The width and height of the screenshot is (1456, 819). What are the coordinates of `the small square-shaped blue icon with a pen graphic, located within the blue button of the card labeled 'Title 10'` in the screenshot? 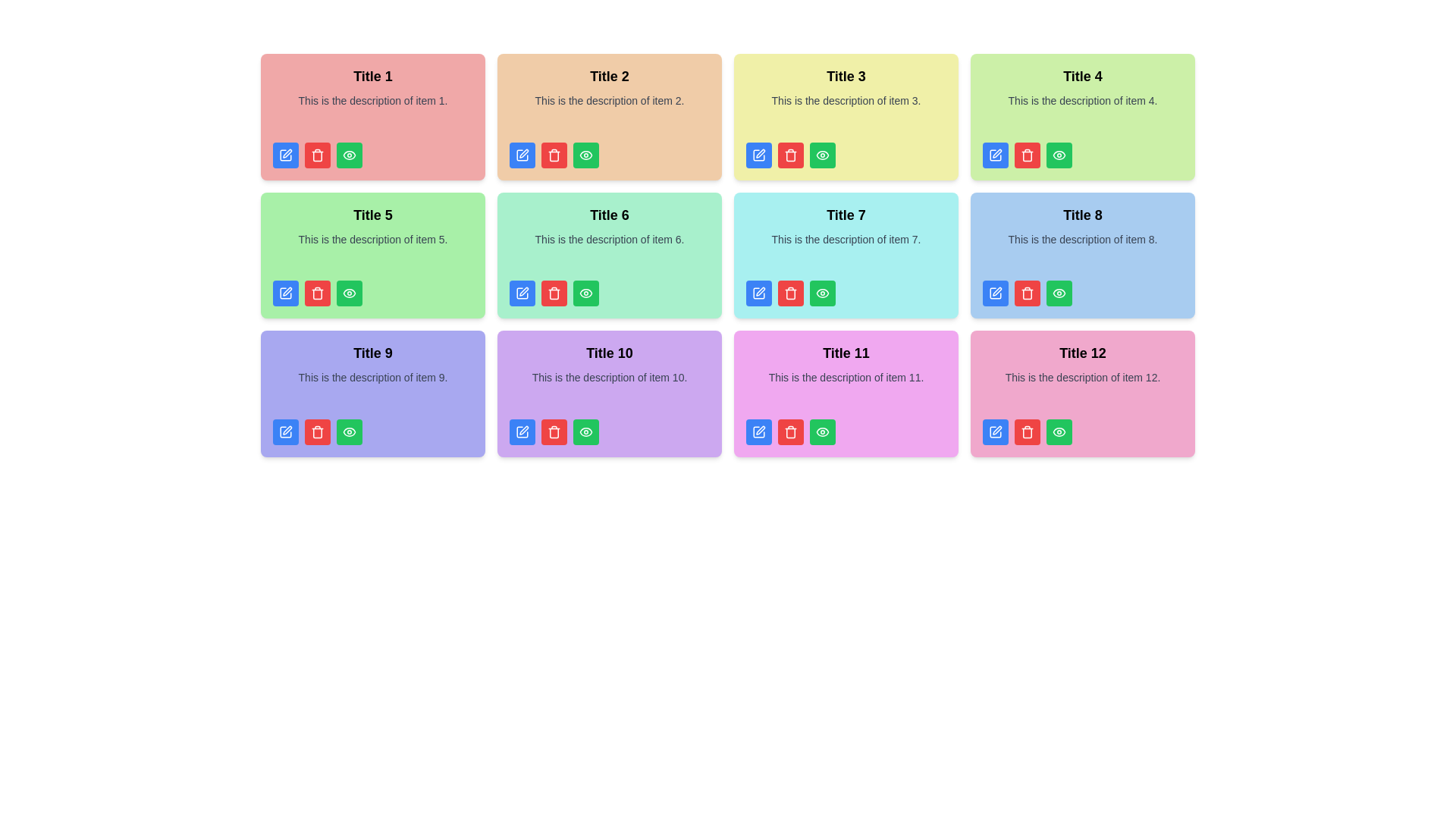 It's located at (522, 431).